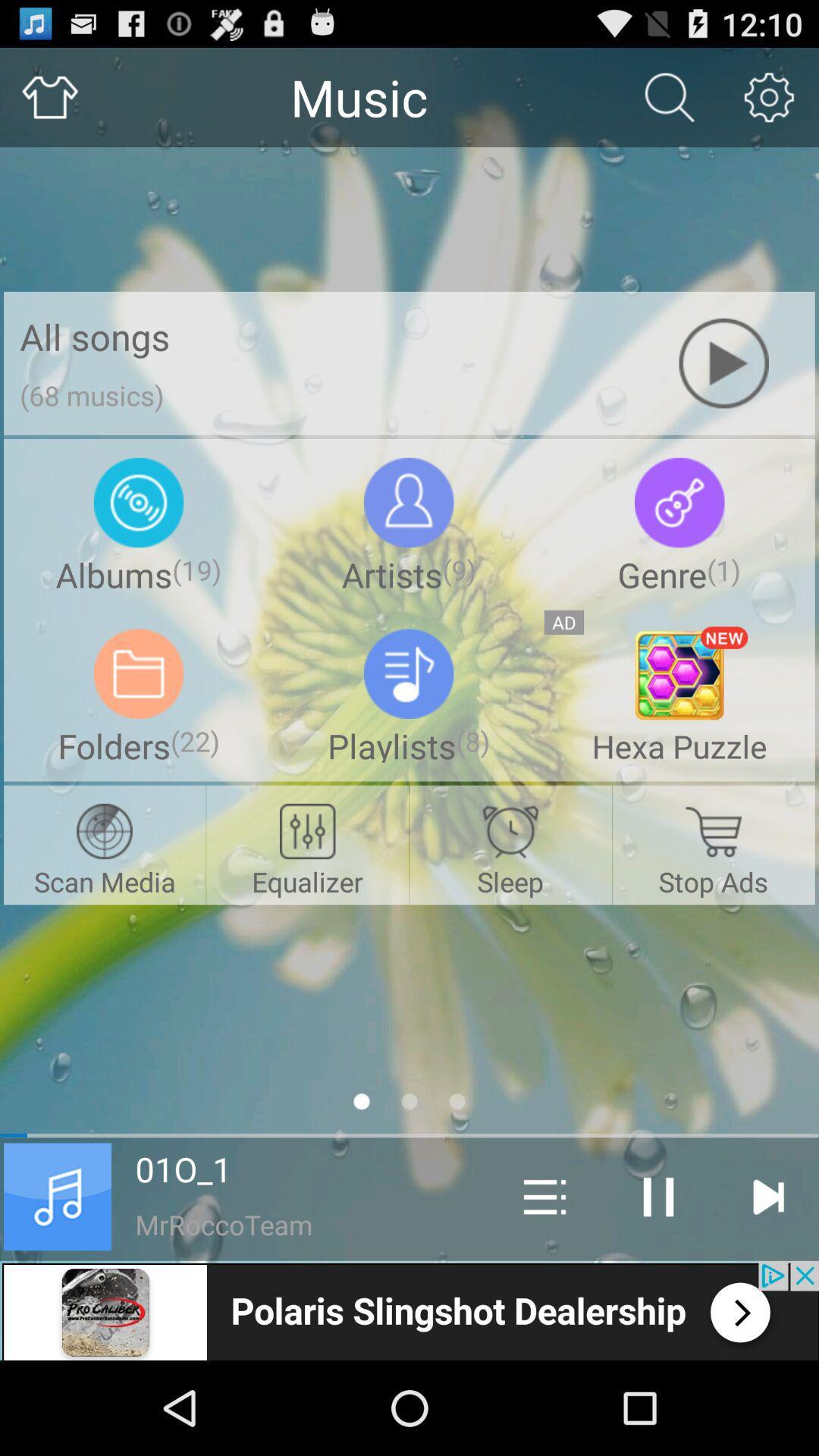 This screenshot has height=1456, width=819. I want to click on the settings icon, so click(769, 103).